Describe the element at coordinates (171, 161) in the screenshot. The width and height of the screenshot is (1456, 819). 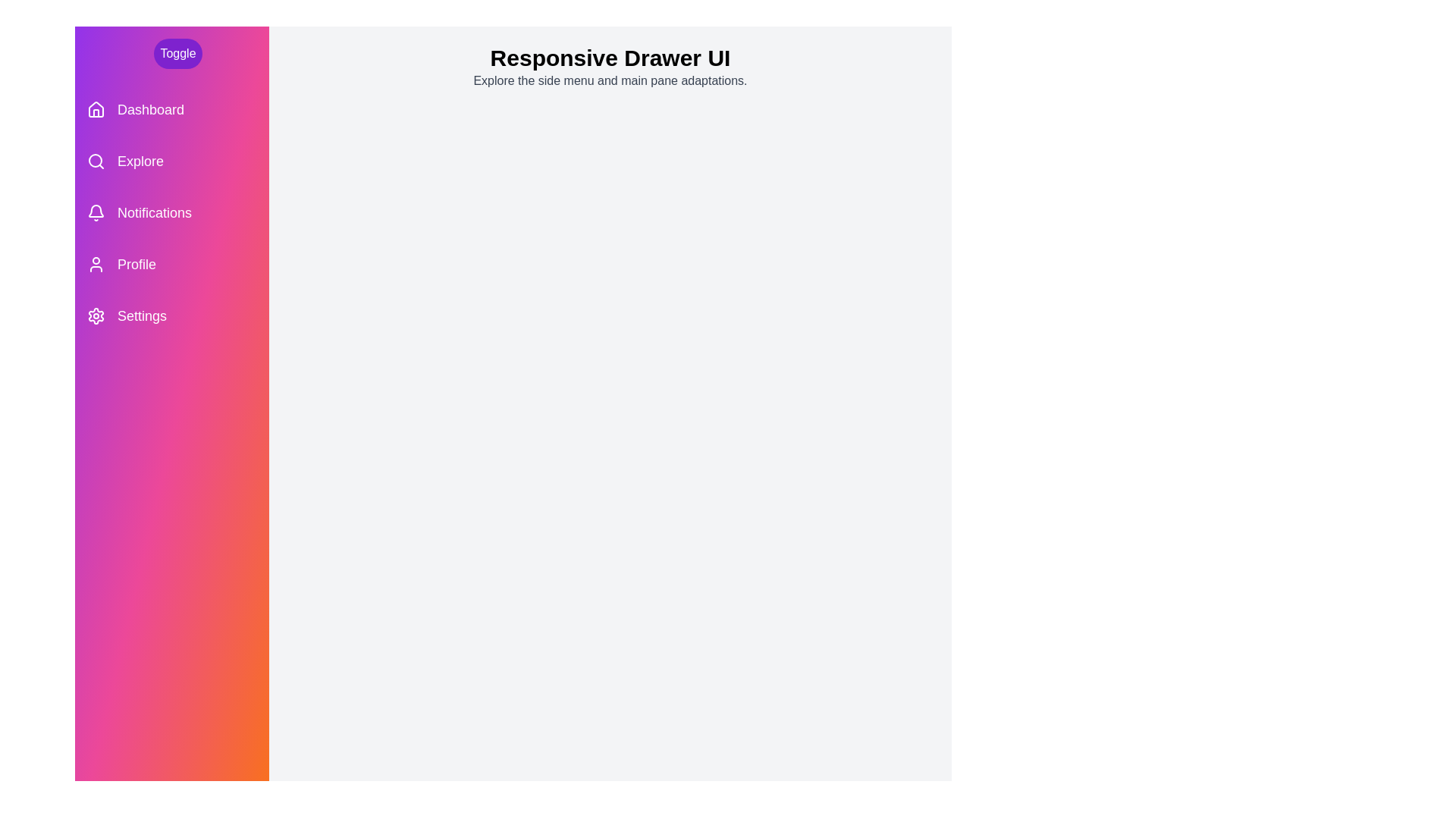
I see `the menu item Explore to observe its visual feedback` at that location.